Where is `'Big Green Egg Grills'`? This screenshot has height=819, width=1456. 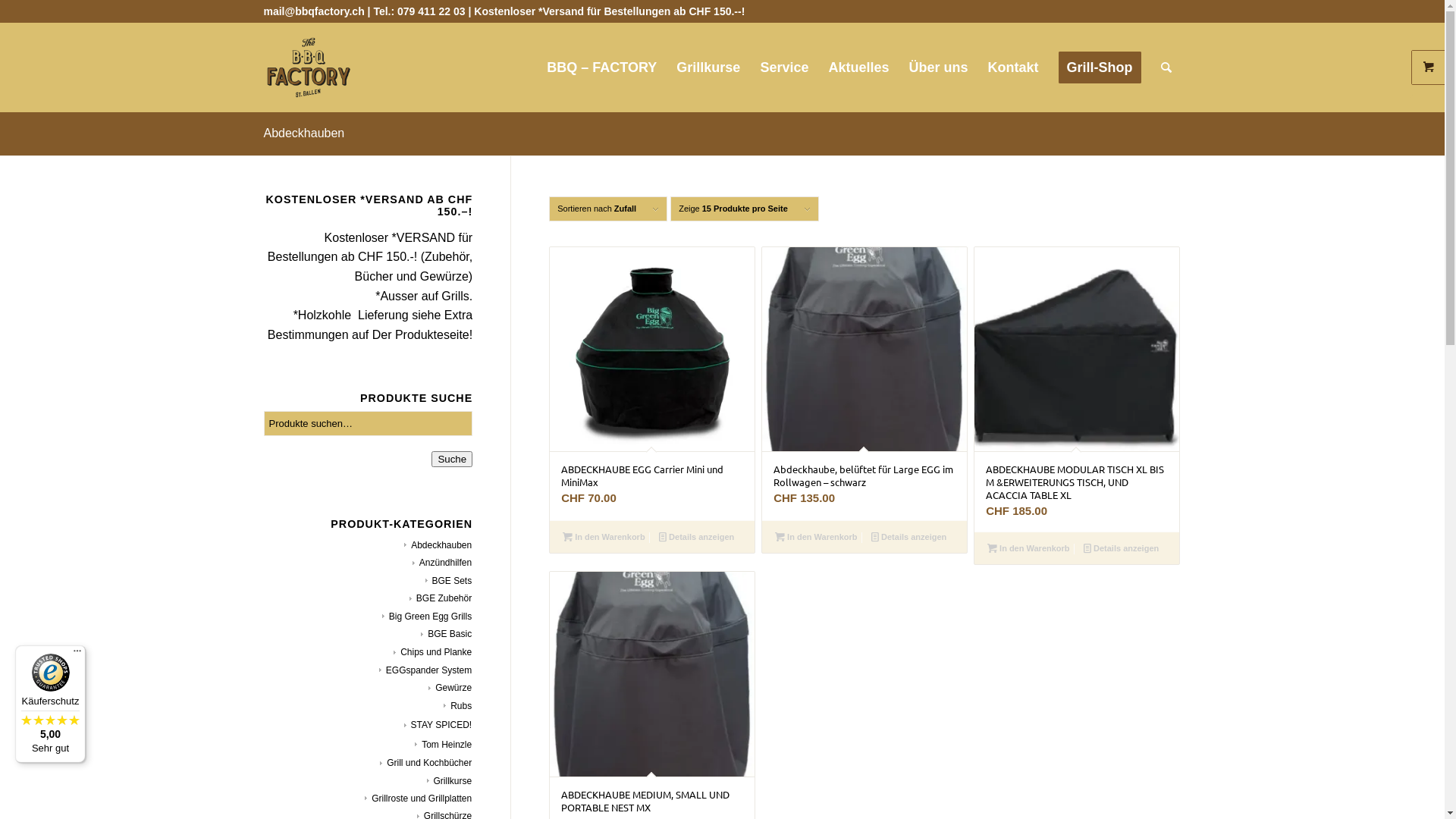
'Big Green Egg Grills' is located at coordinates (382, 617).